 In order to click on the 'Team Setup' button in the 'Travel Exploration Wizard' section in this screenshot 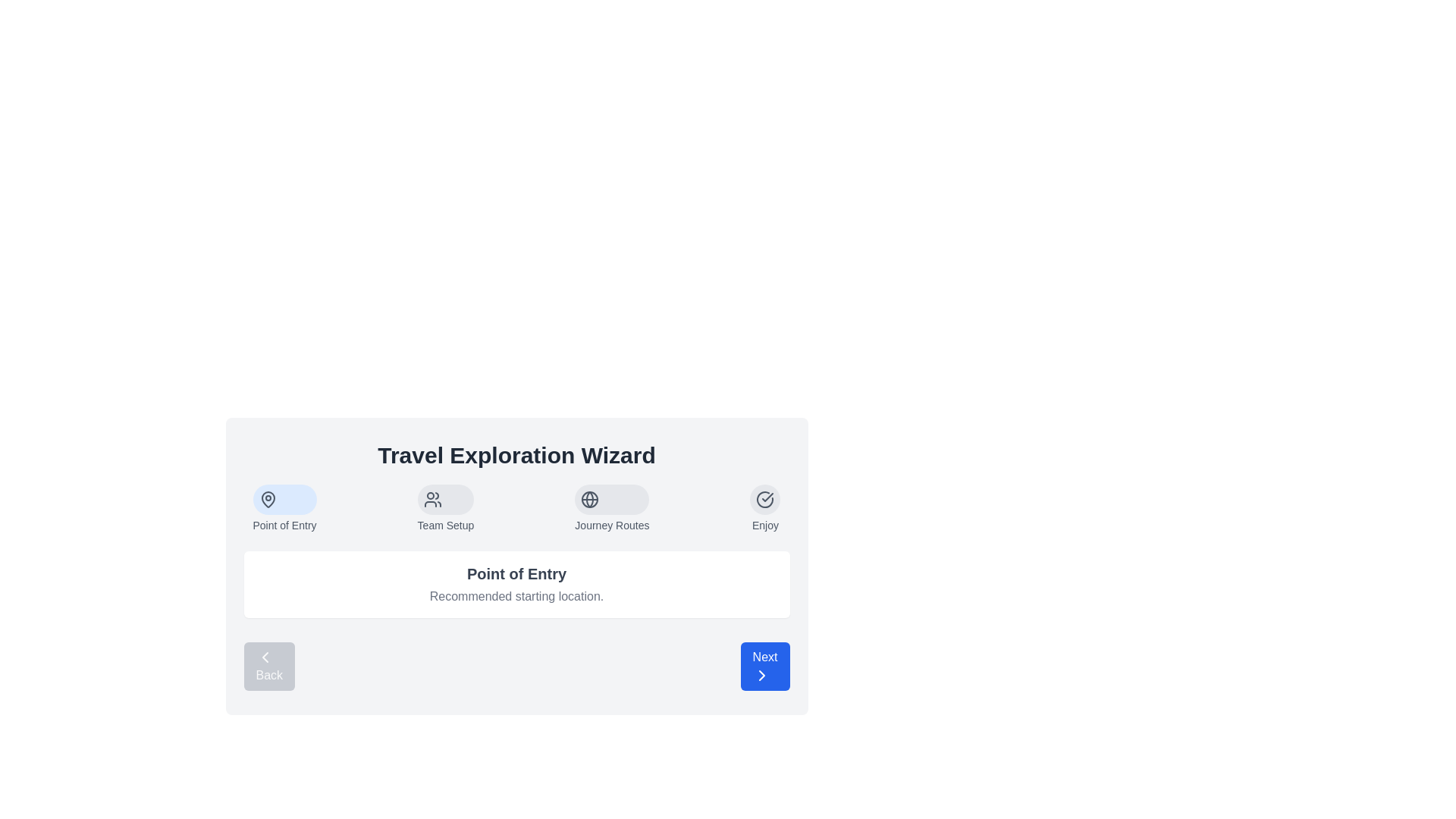, I will do `click(444, 509)`.